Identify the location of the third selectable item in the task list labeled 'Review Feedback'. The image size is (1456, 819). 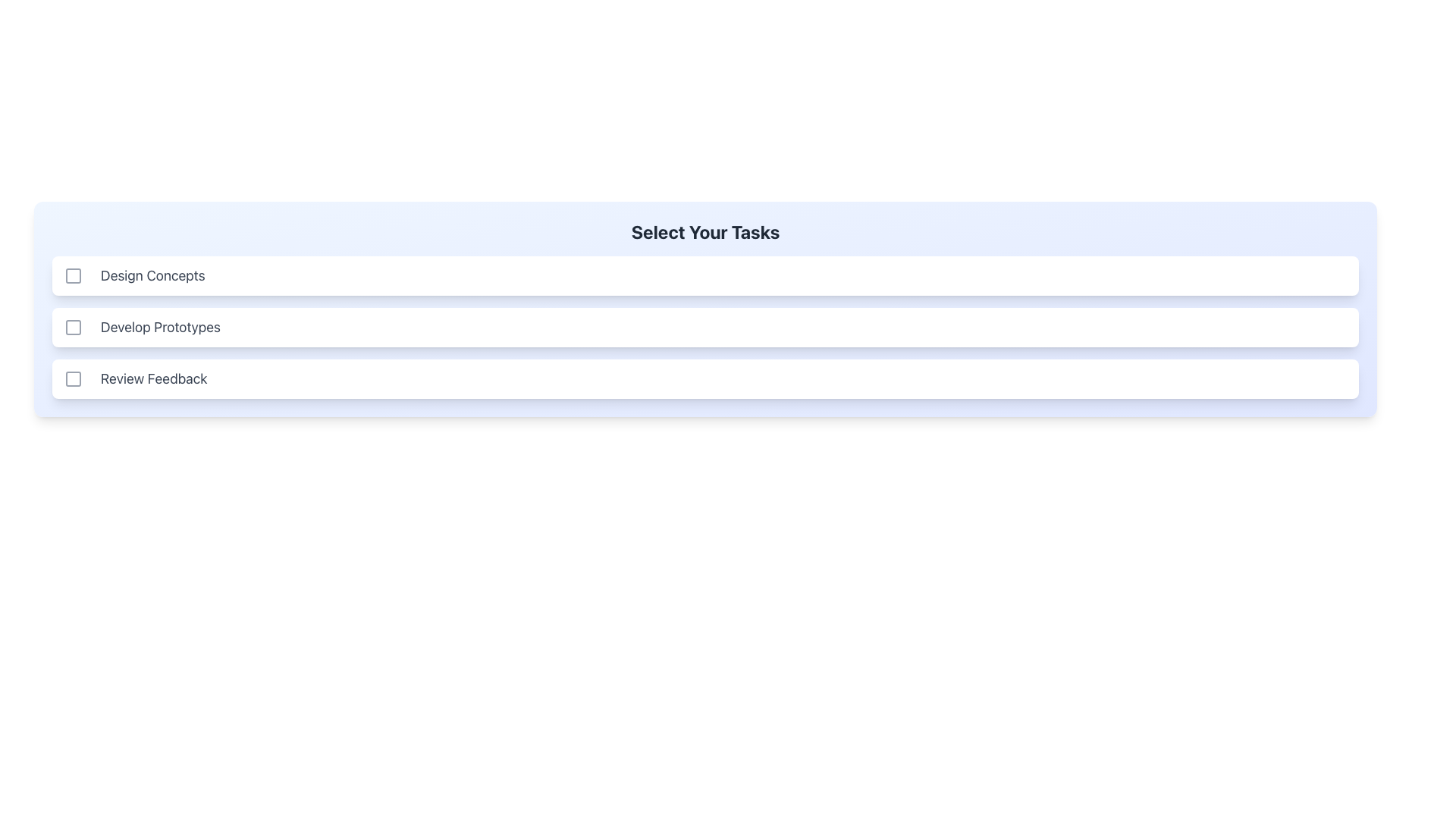
(704, 378).